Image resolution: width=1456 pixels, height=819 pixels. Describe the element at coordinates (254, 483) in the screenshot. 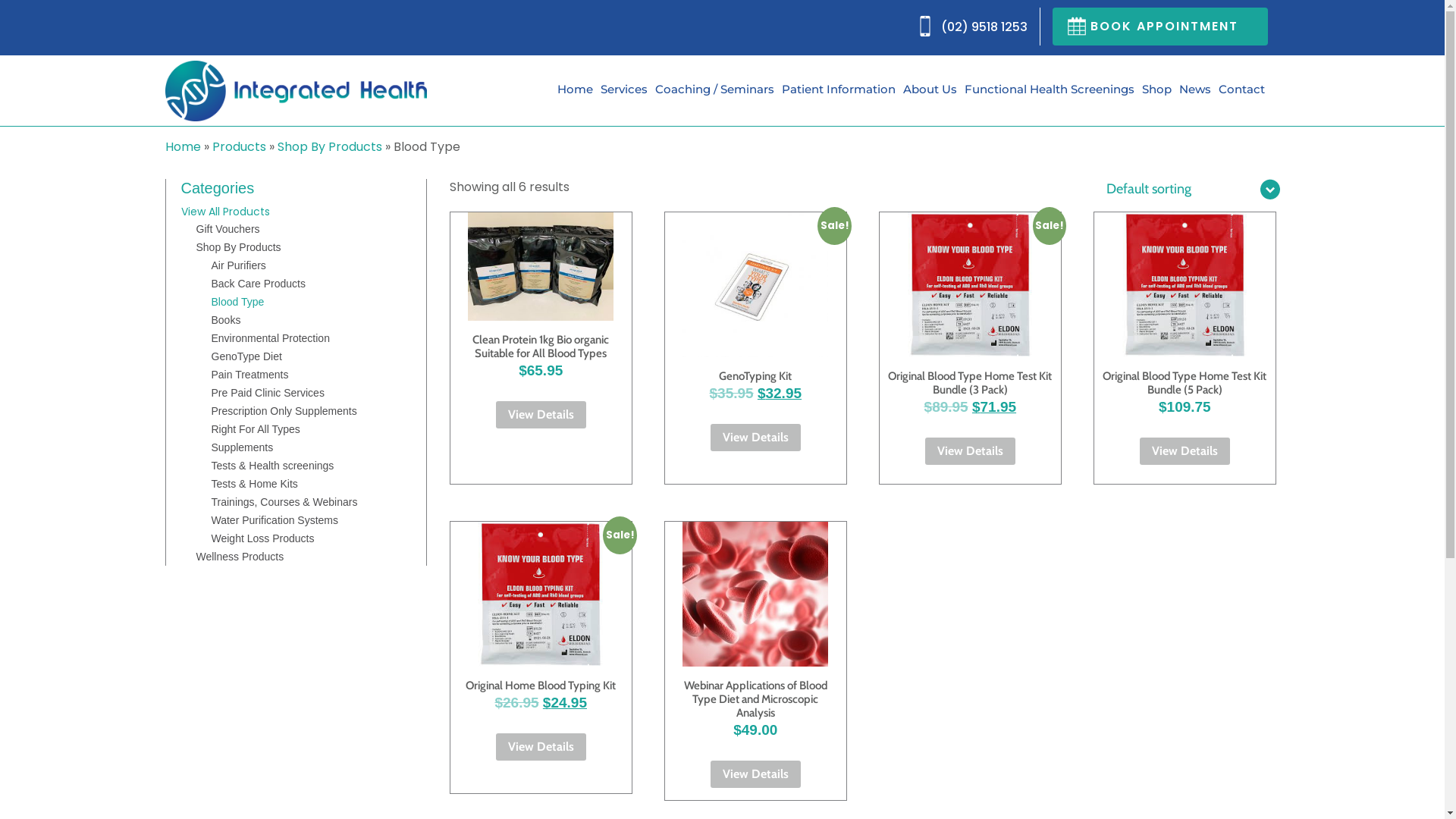

I see `'Tests & Home Kits'` at that location.